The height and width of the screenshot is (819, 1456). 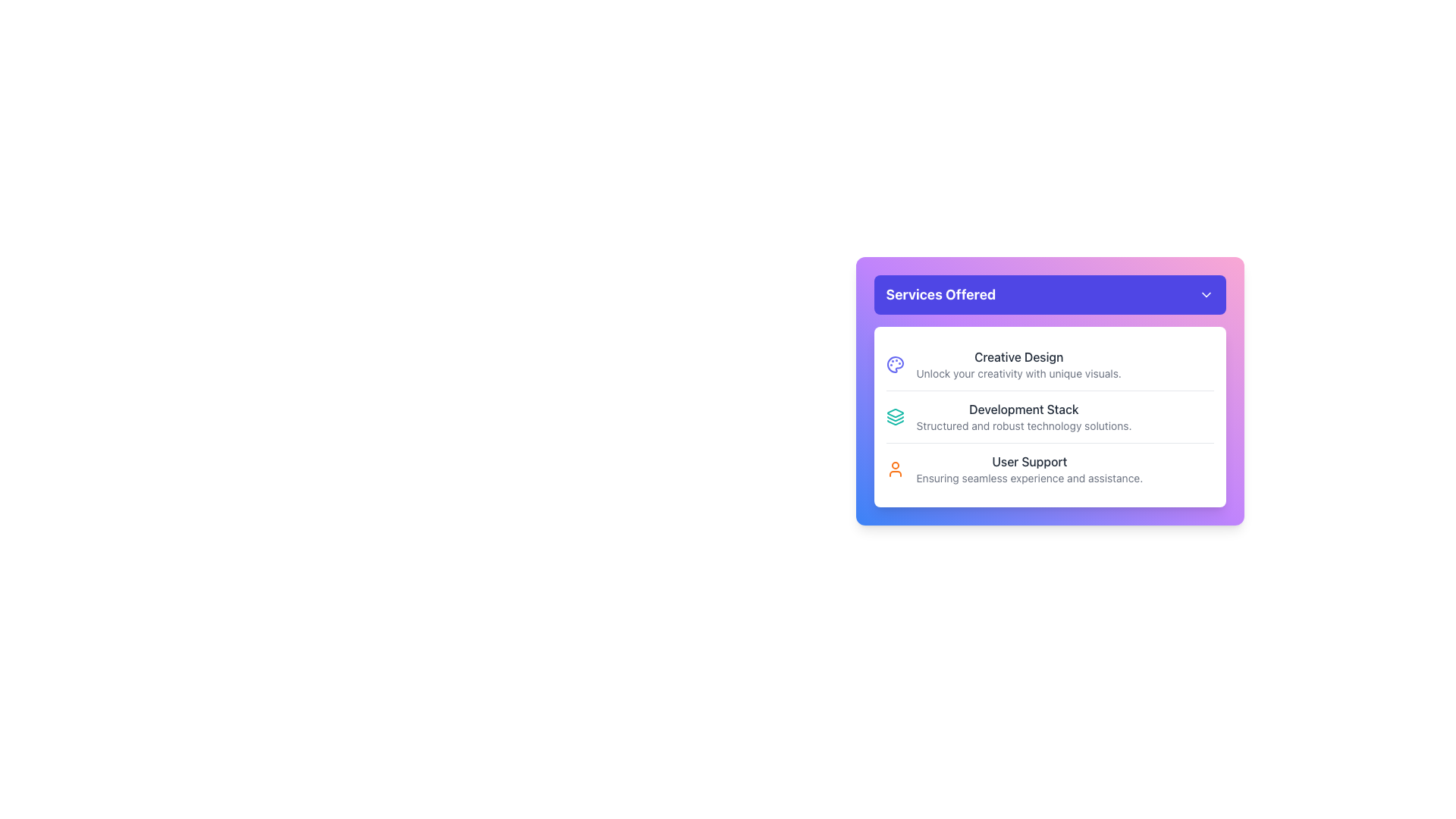 What do you see at coordinates (1049, 416) in the screenshot?
I see `the 'Development Stack' text block with the supporting icon to visualize further information` at bounding box center [1049, 416].